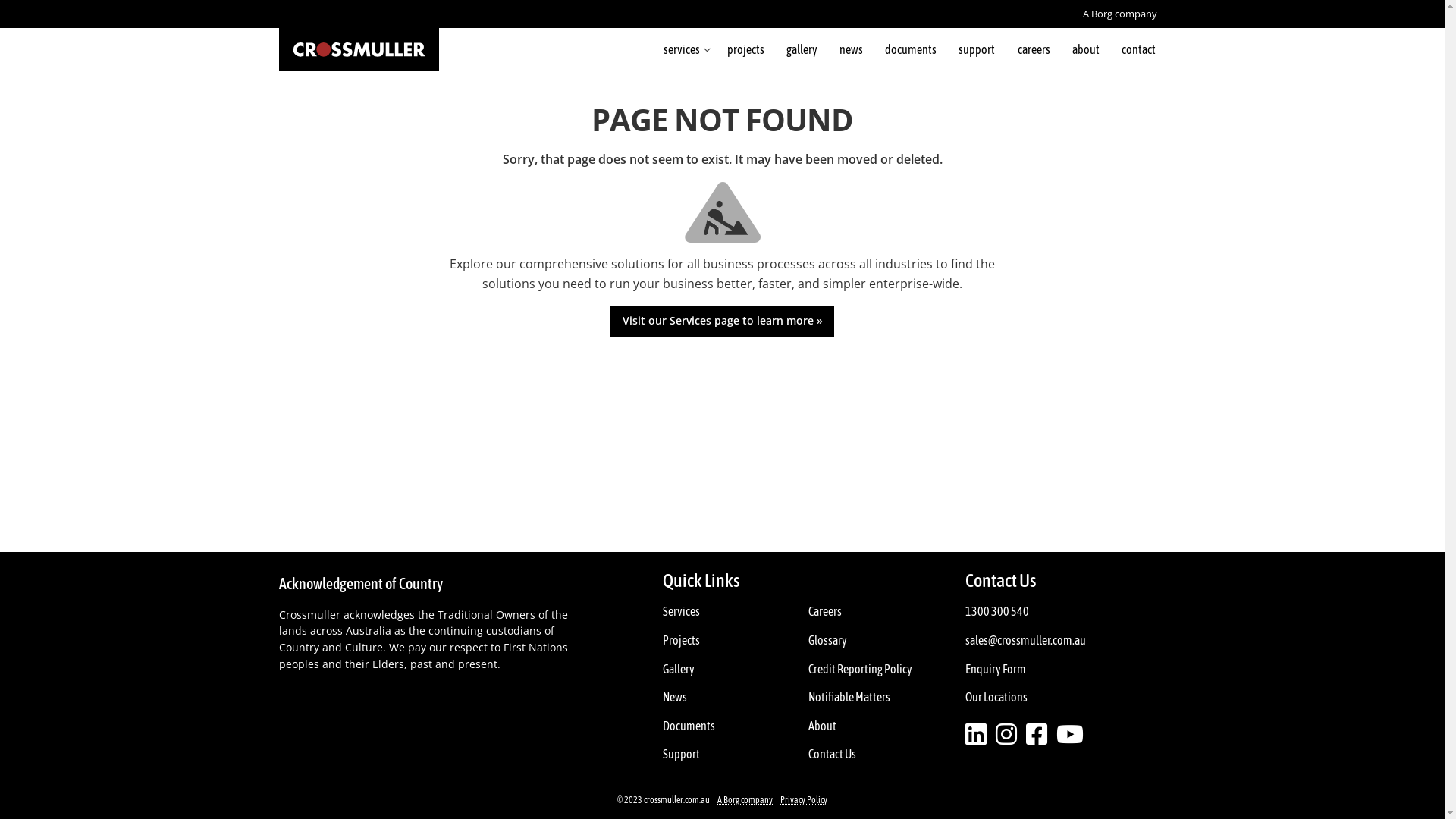 This screenshot has width=1456, height=819. I want to click on 'About', so click(821, 725).